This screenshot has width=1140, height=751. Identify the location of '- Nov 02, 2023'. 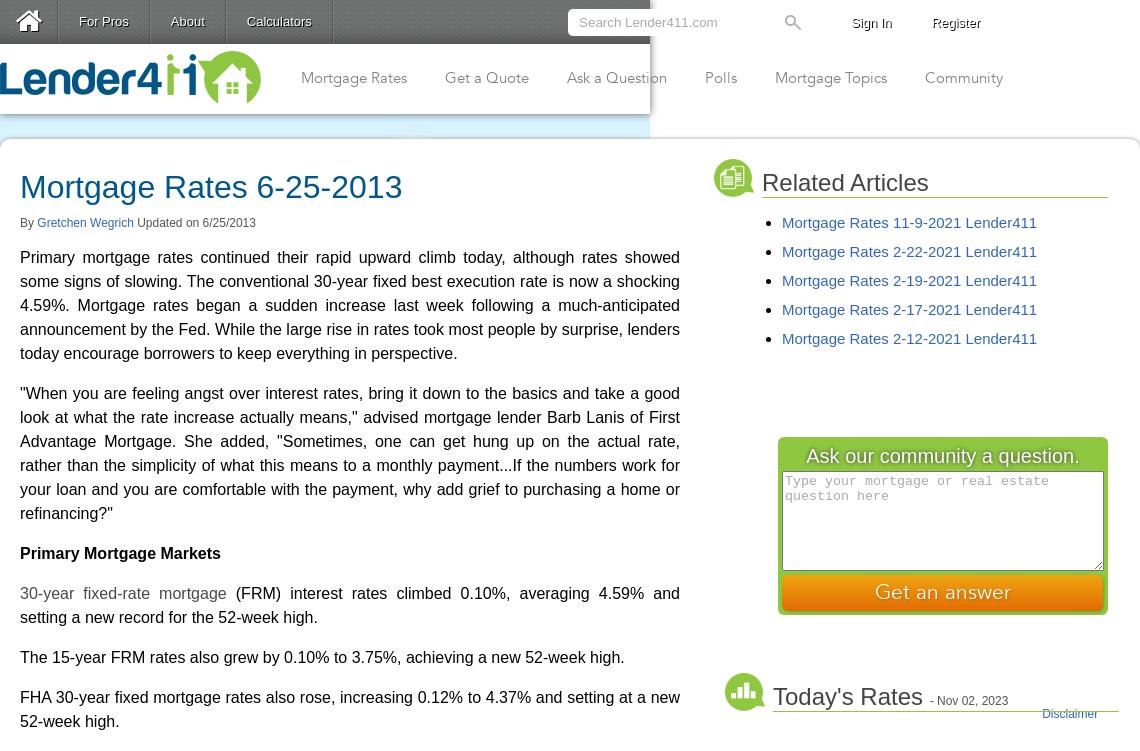
(967, 699).